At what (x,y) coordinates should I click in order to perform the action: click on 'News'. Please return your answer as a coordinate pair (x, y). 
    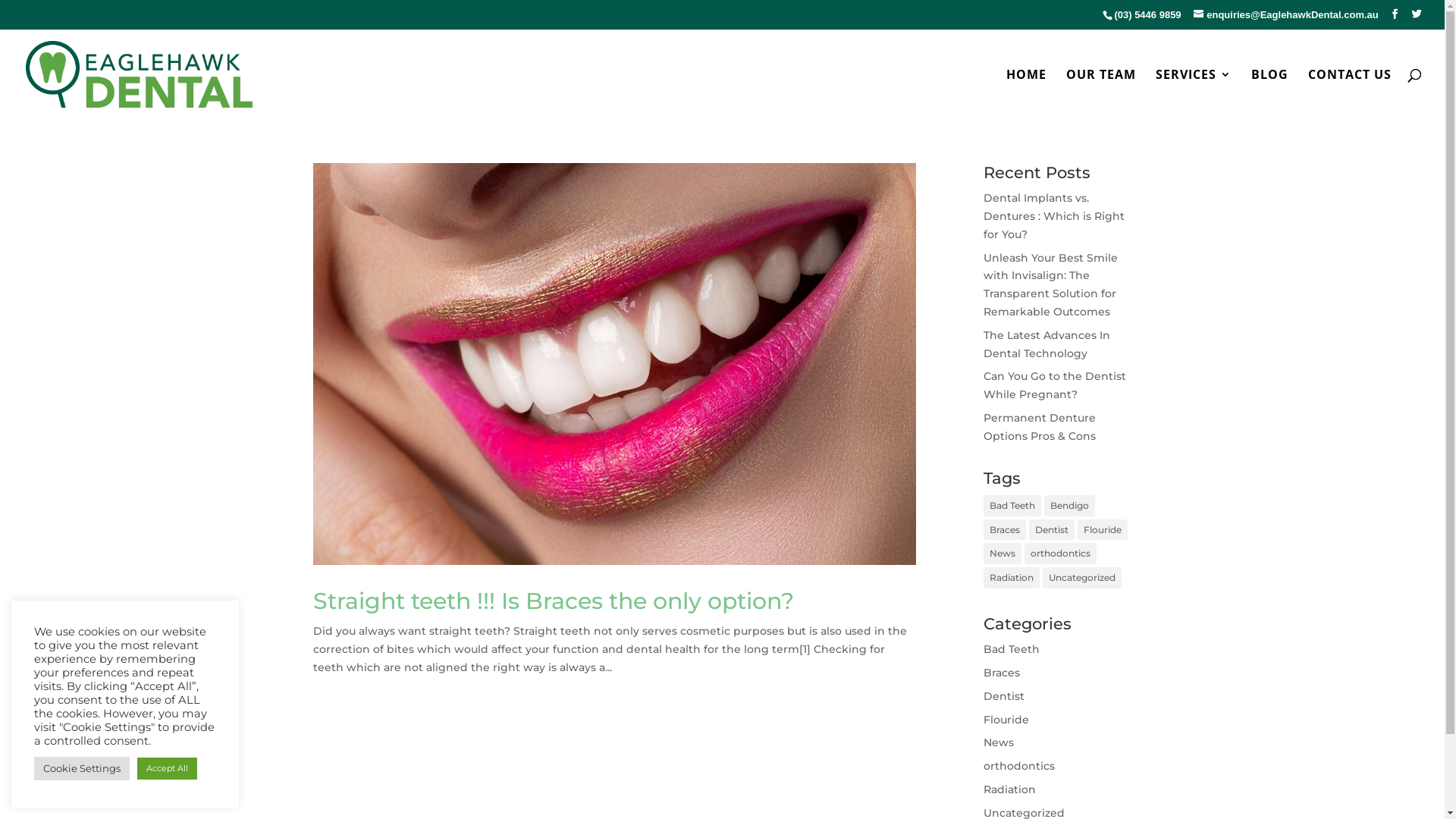
    Looking at the image, I should click on (1002, 553).